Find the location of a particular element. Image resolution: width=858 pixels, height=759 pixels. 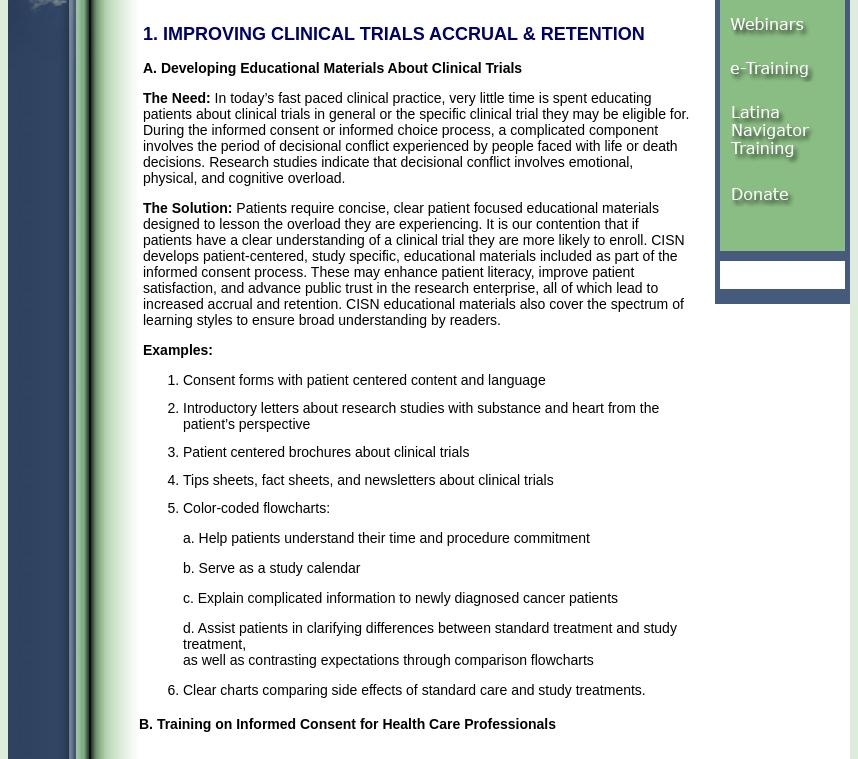

'Introductory letters about research studies with substance and heart from the patient’s perspective' is located at coordinates (420, 415).